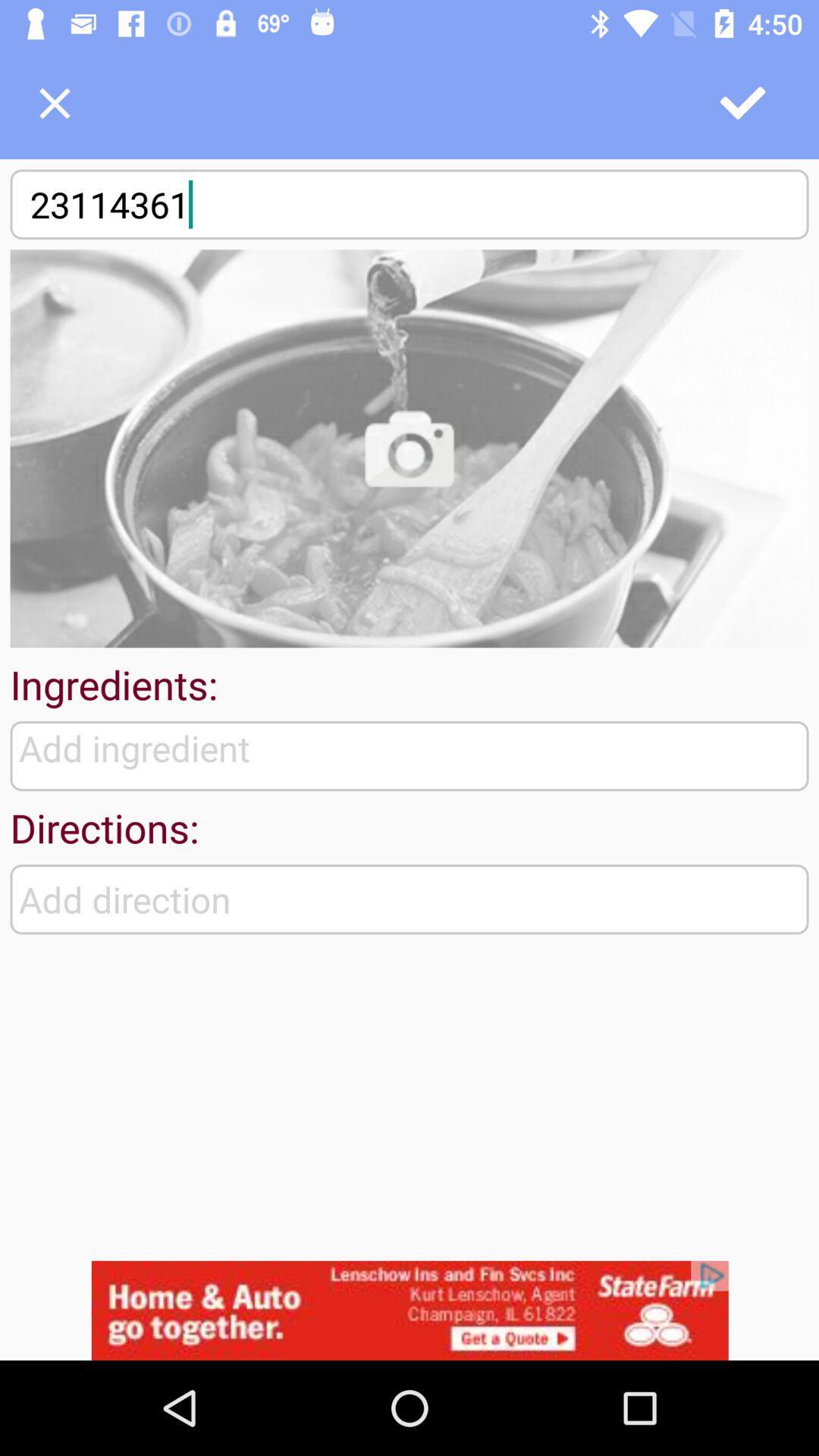  Describe the element at coordinates (409, 447) in the screenshot. I see `you can find a recipe for your mood easy recipes using ingredients you already have in the kitchen` at that location.